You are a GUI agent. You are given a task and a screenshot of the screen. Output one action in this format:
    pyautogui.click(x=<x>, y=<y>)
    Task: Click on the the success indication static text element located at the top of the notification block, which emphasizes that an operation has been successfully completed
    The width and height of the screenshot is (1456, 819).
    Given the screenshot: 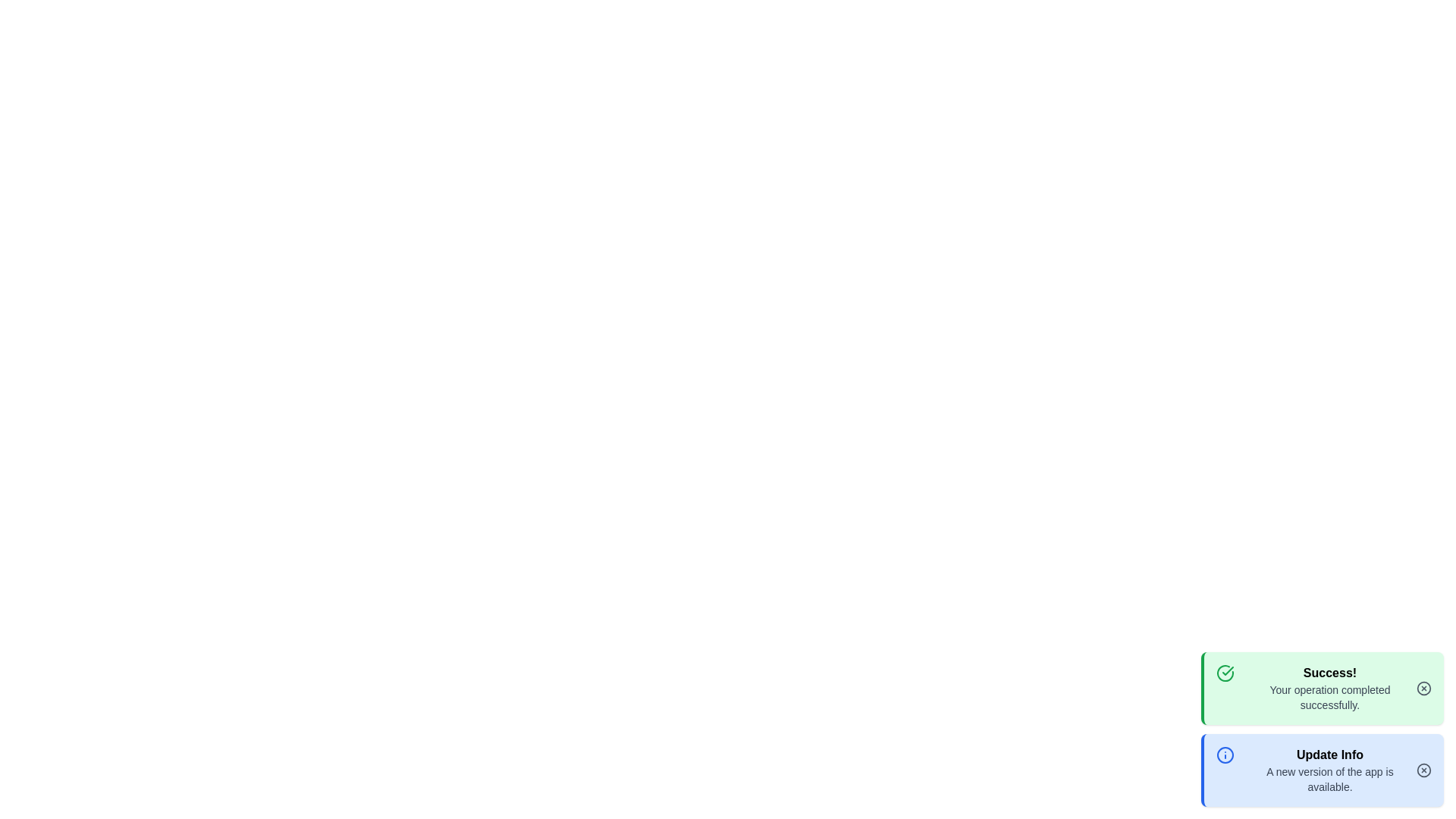 What is the action you would take?
    pyautogui.click(x=1329, y=672)
    